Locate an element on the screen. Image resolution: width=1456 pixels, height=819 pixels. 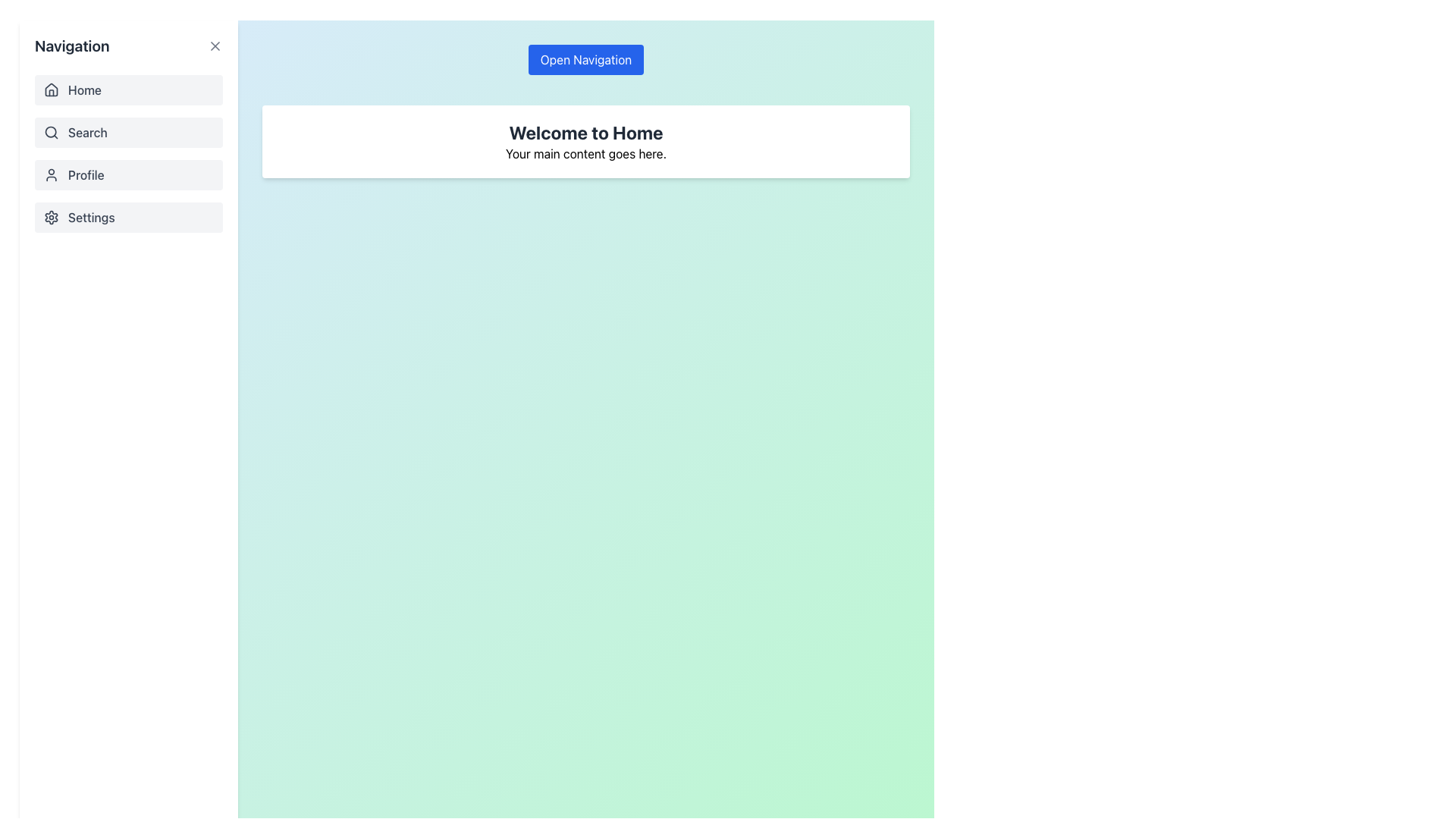
the 'Profile' button located on the left navigation panel, which is the third item in the vertical list is located at coordinates (128, 174).